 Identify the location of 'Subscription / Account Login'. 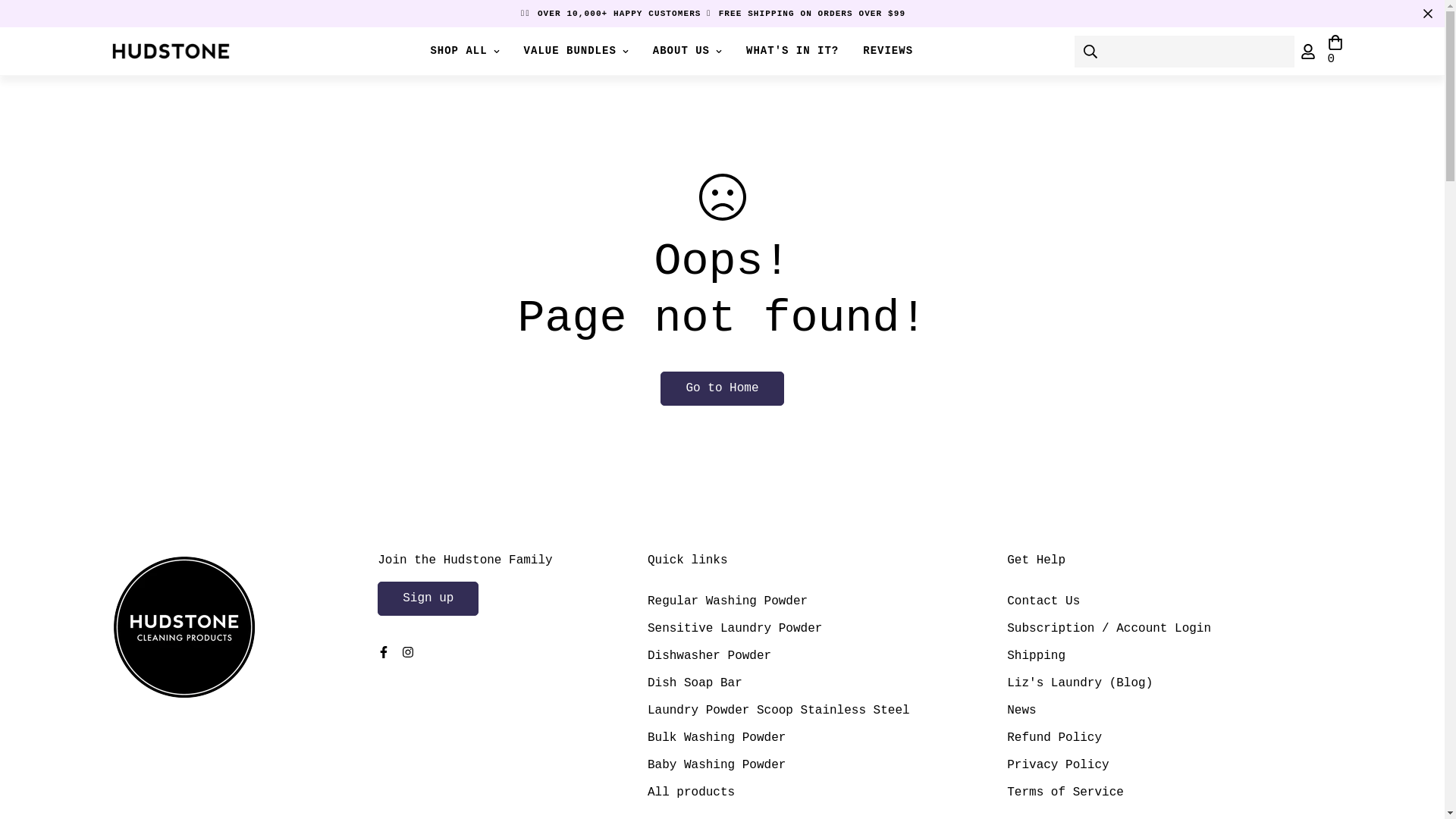
(1109, 629).